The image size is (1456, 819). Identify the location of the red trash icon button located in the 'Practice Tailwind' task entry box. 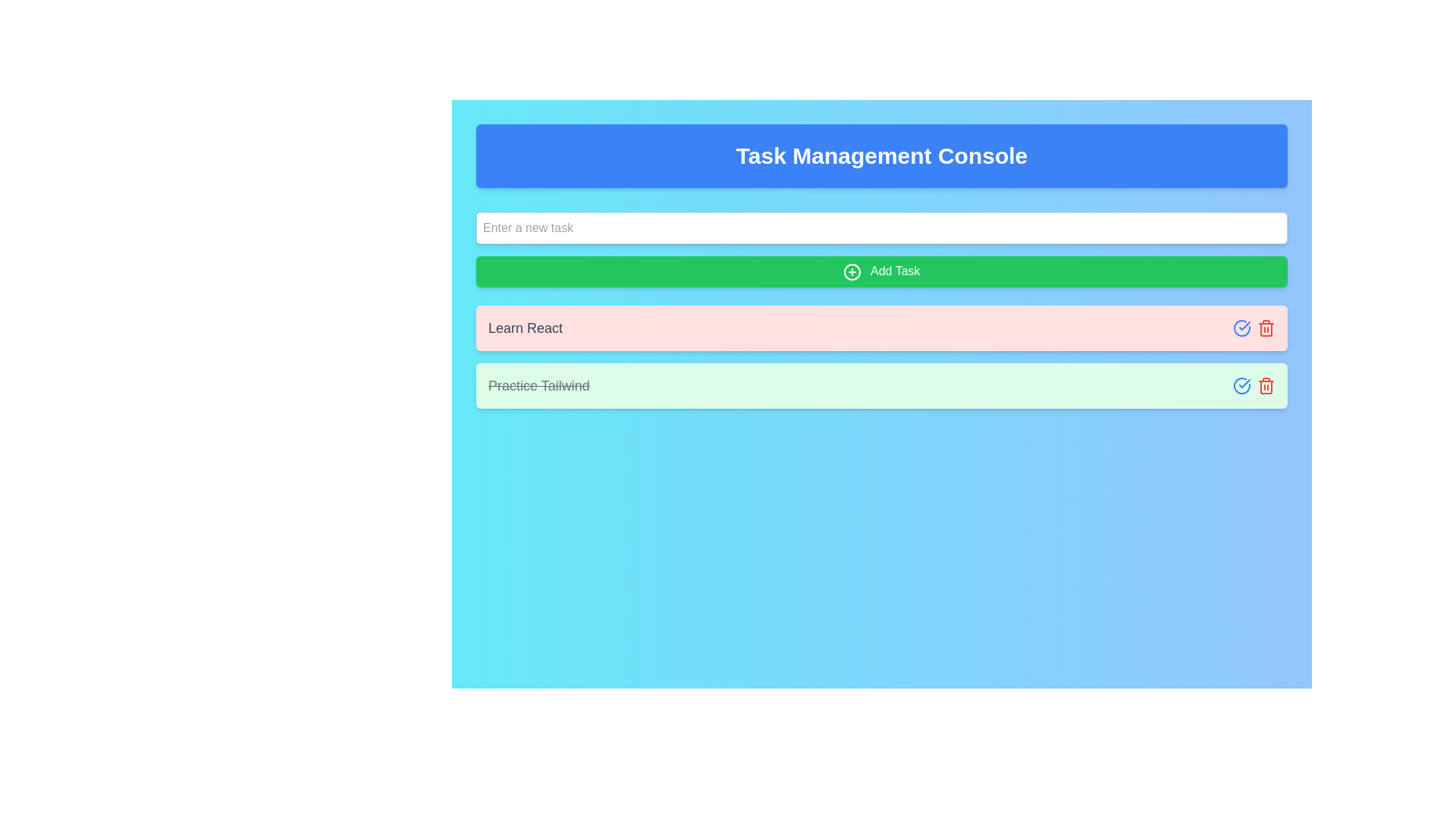
(1266, 384).